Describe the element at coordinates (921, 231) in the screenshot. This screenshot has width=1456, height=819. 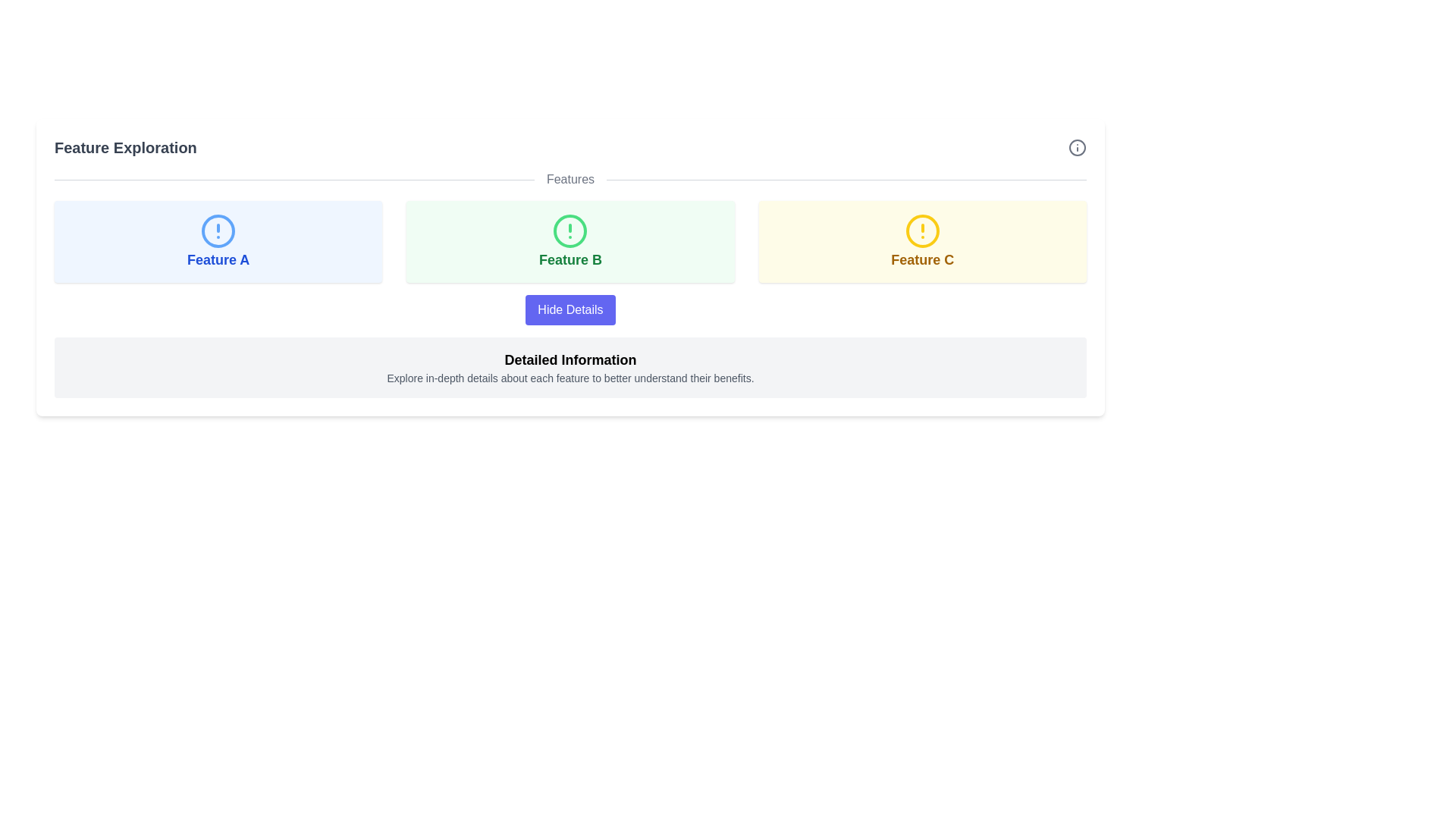
I see `the circular graphic element of the alert icon for 'Feature C'` at that location.